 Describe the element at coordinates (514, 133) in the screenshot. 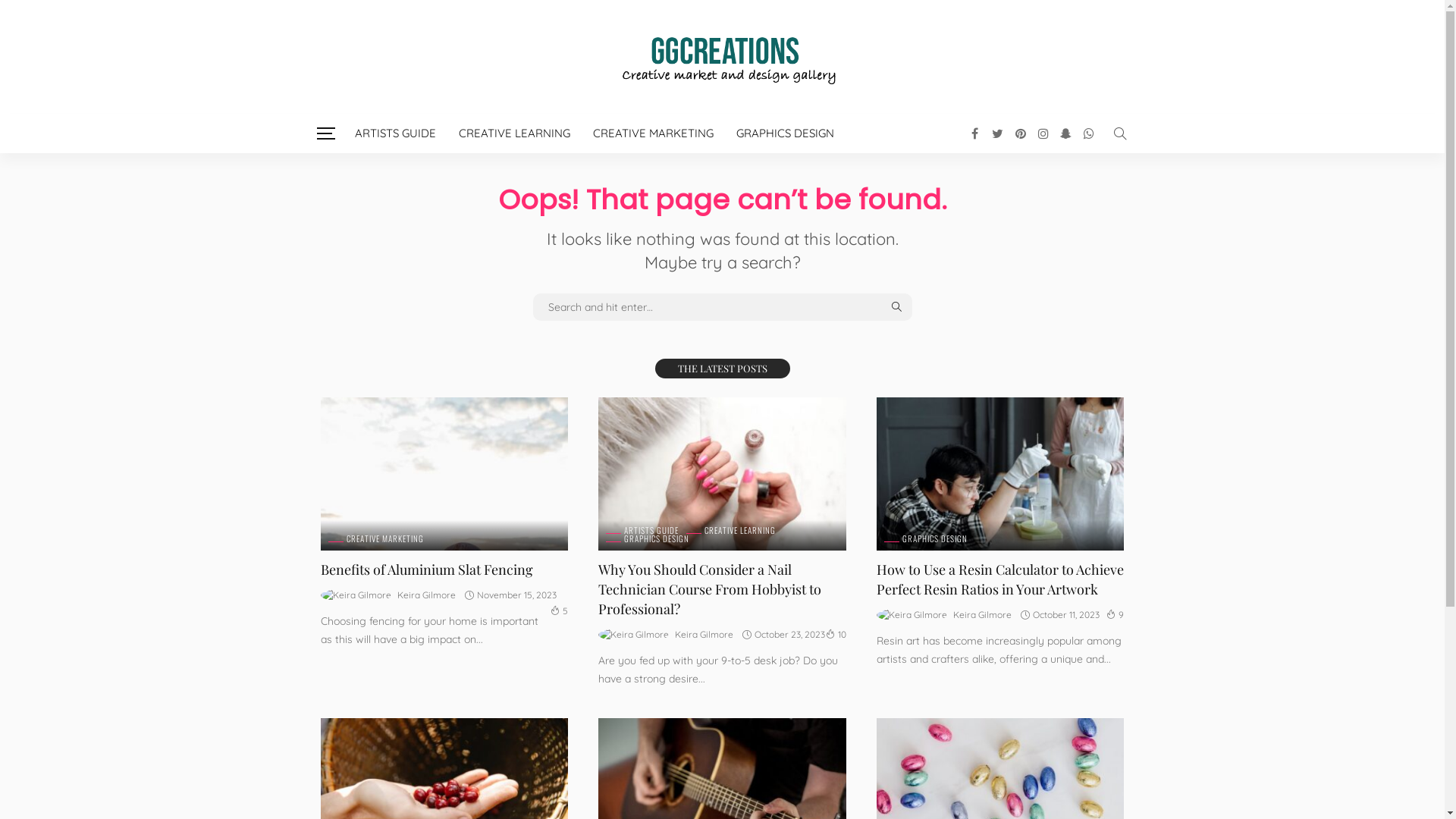

I see `'CREATIVE LEARNING'` at that location.